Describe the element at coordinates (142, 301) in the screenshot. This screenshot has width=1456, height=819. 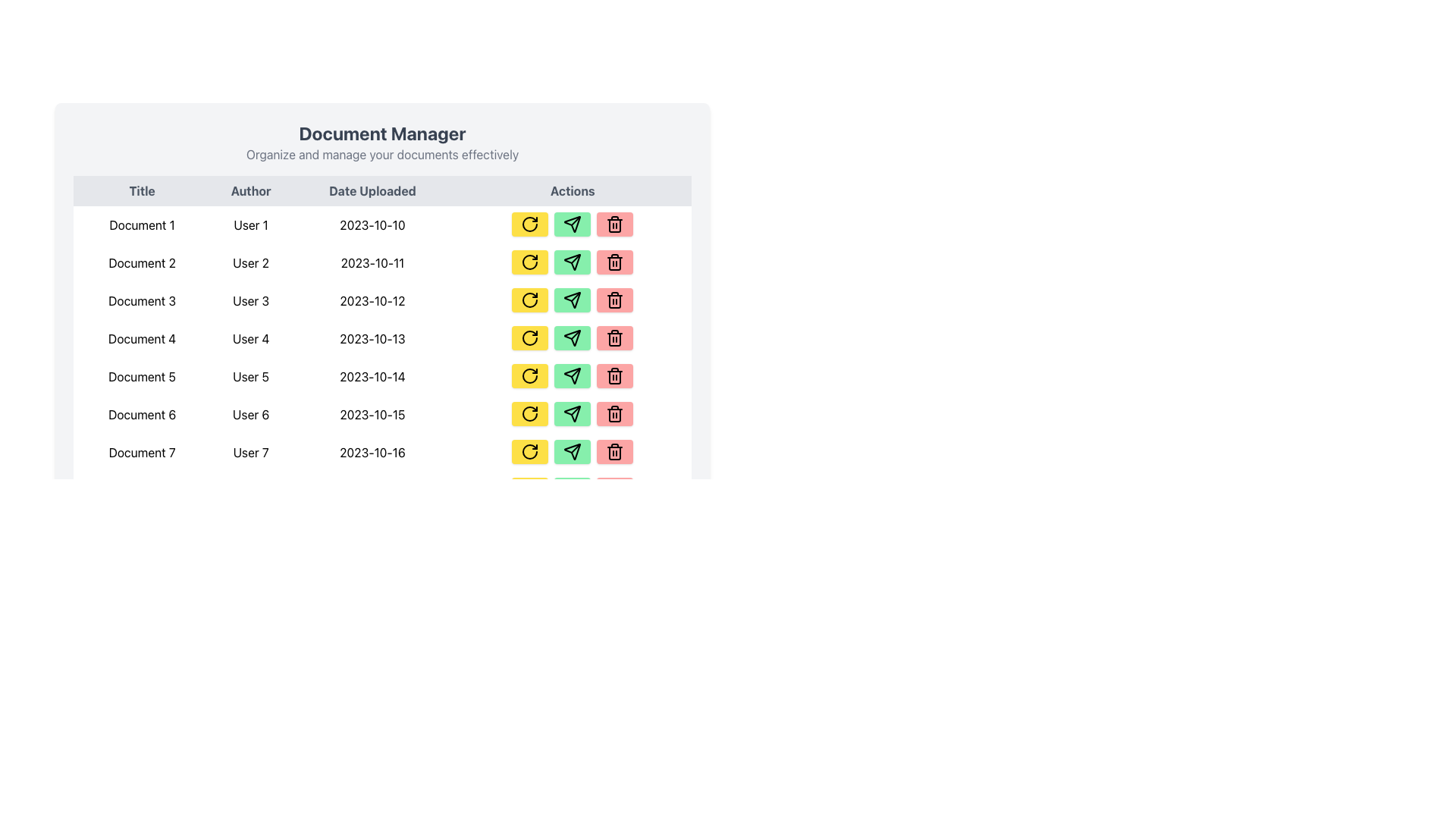
I see `the text element labeled 'Document 3' in the third row of the 'Document Manager' table` at that location.